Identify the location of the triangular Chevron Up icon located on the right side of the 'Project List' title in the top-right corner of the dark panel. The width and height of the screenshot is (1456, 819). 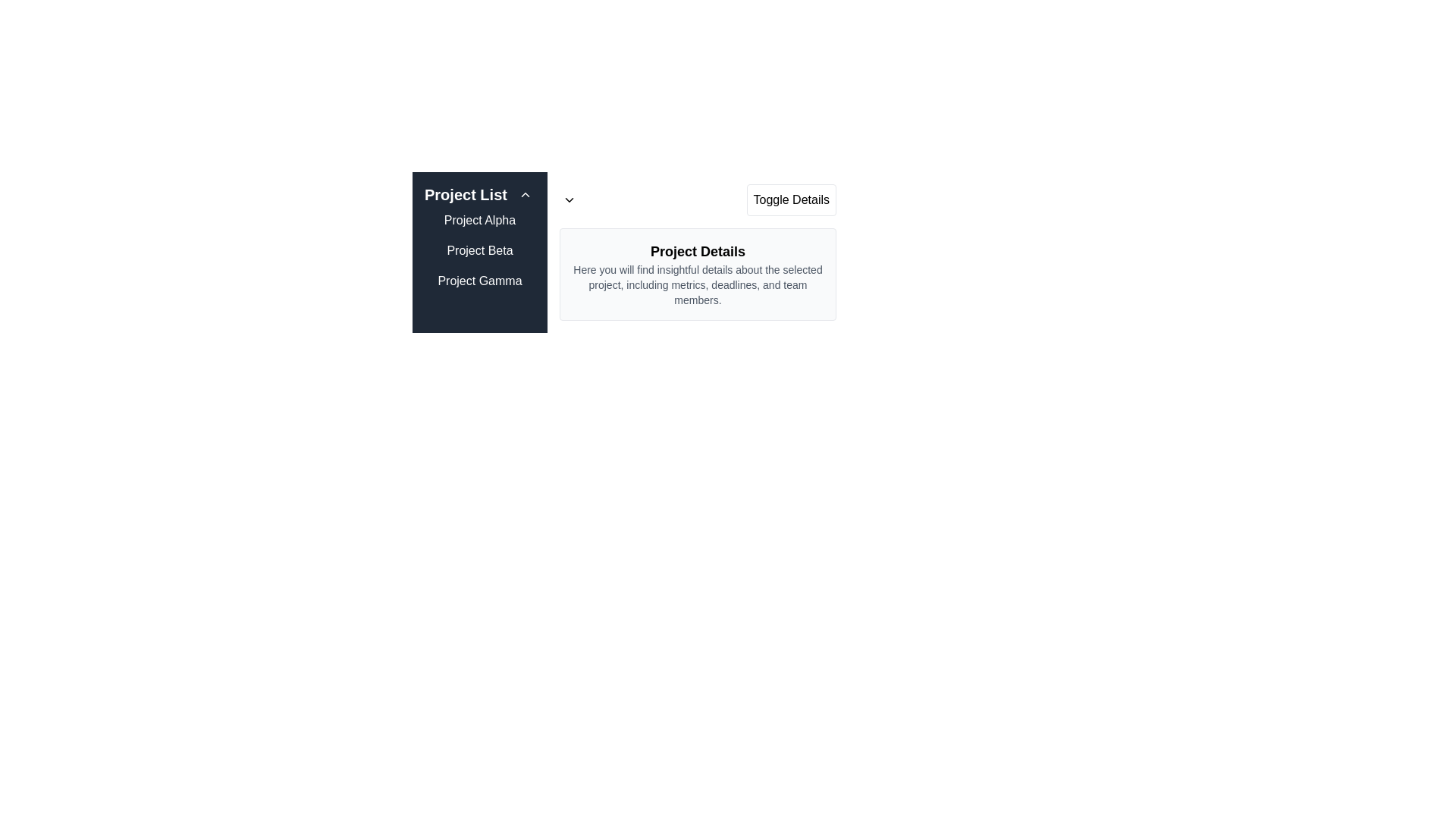
(525, 194).